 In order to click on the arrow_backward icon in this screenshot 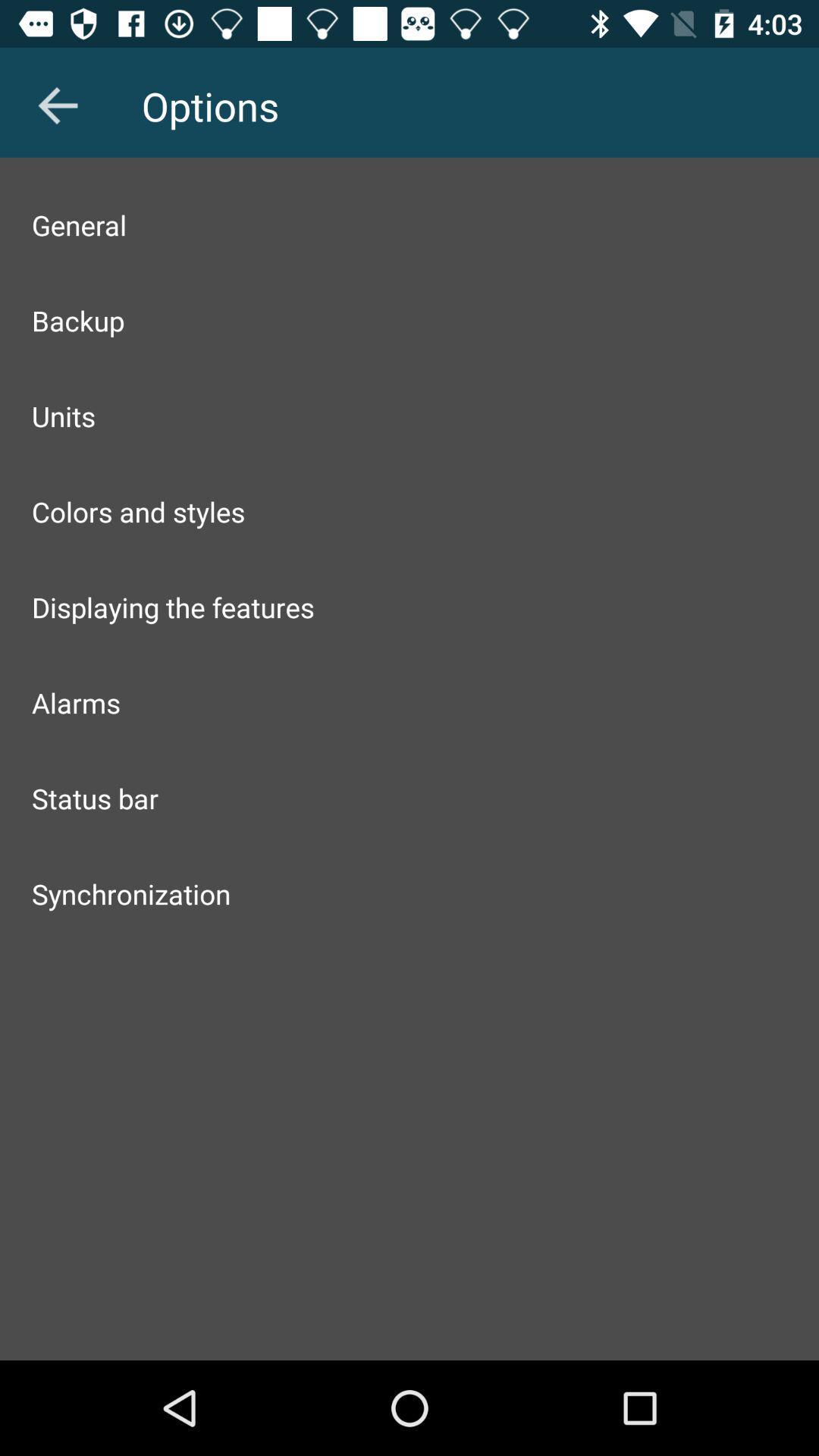, I will do `click(57, 105)`.